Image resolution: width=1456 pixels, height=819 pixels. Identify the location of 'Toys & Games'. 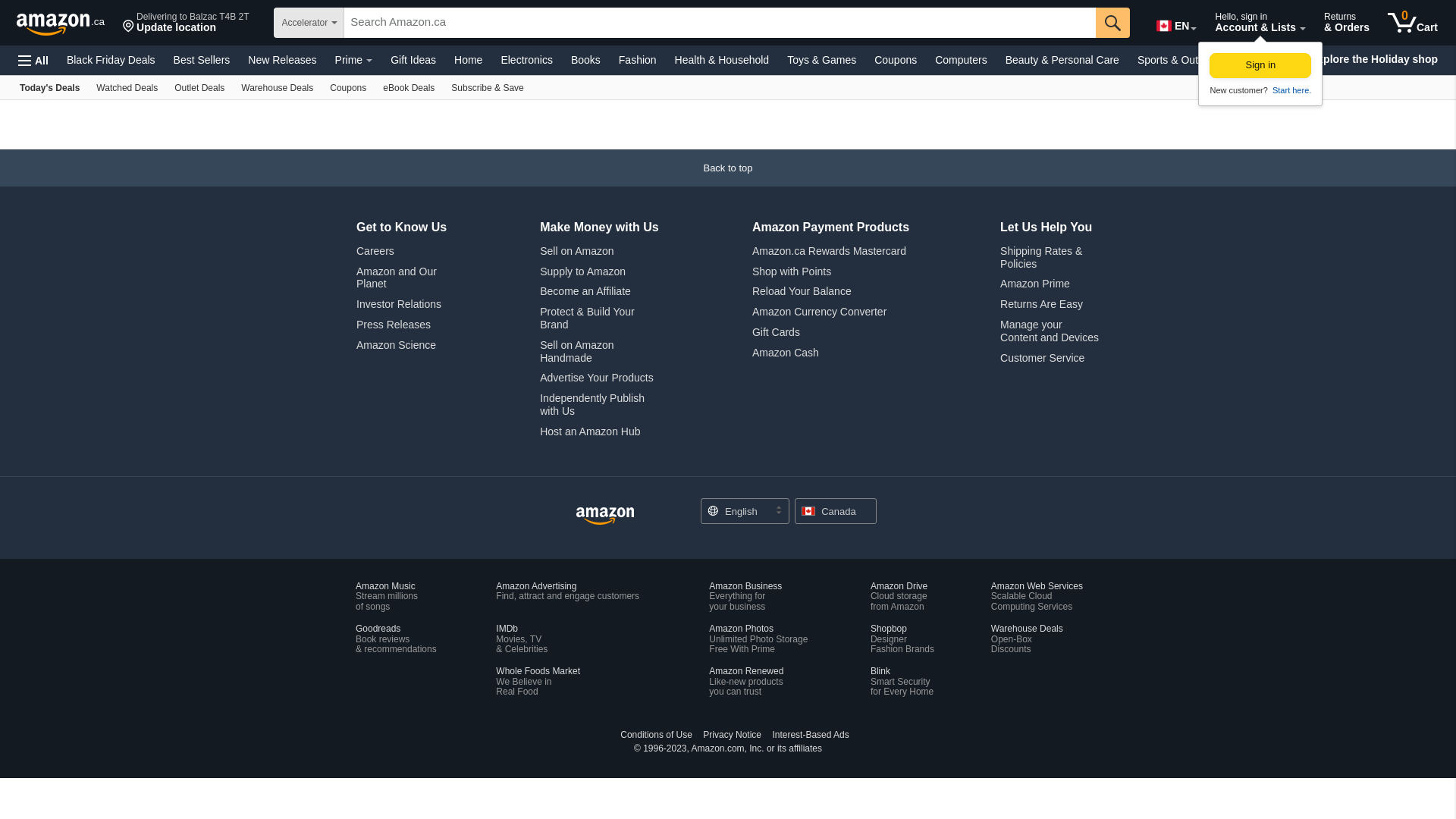
(821, 58).